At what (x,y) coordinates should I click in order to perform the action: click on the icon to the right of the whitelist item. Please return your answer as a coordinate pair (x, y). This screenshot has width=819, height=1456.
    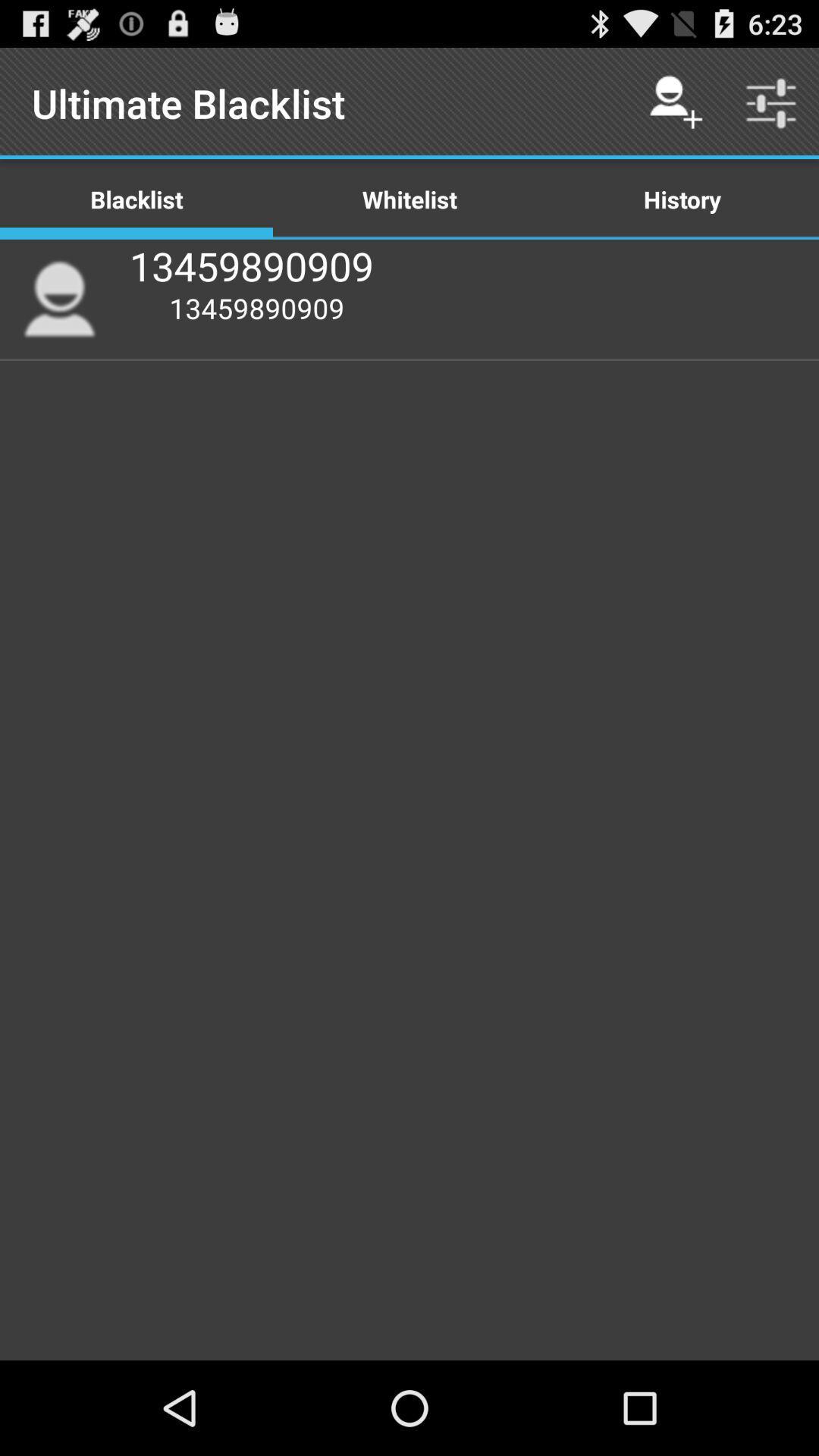
    Looking at the image, I should click on (681, 198).